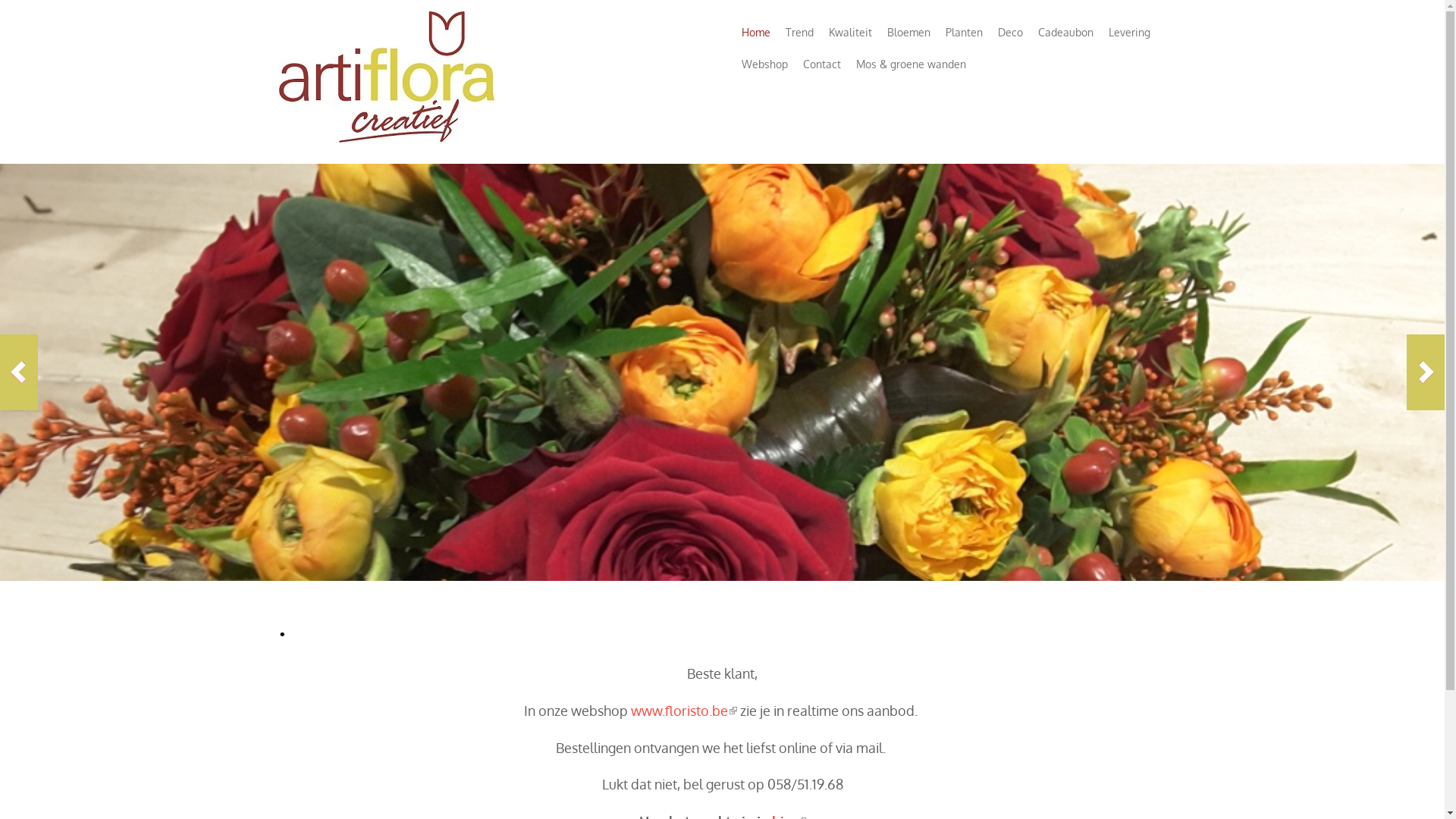 The image size is (1456, 819). Describe the element at coordinates (1010, 32) in the screenshot. I see `'Deco'` at that location.